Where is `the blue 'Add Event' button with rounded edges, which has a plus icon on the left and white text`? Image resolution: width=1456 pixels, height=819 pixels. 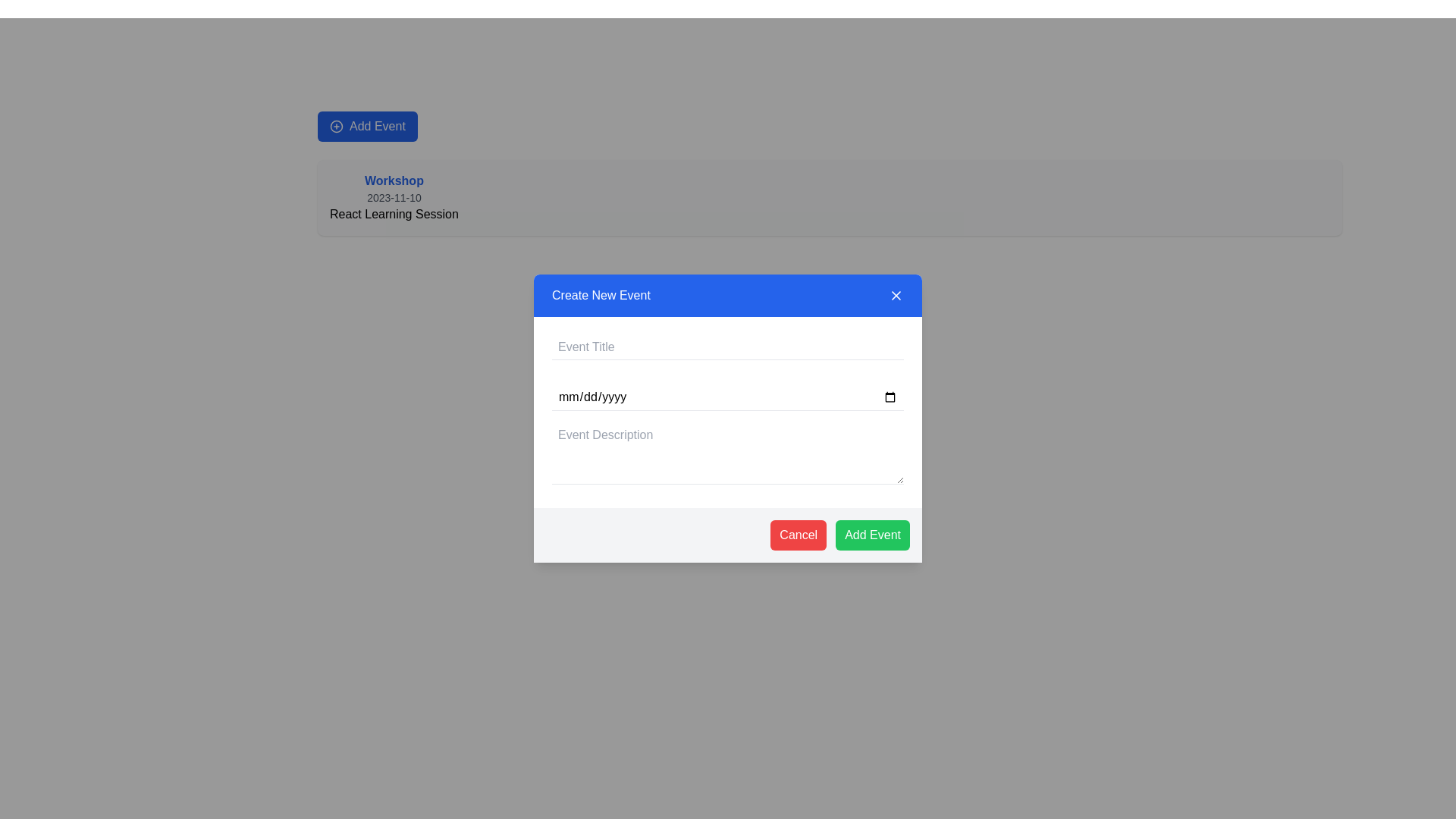
the blue 'Add Event' button with rounded edges, which has a plus icon on the left and white text is located at coordinates (367, 125).